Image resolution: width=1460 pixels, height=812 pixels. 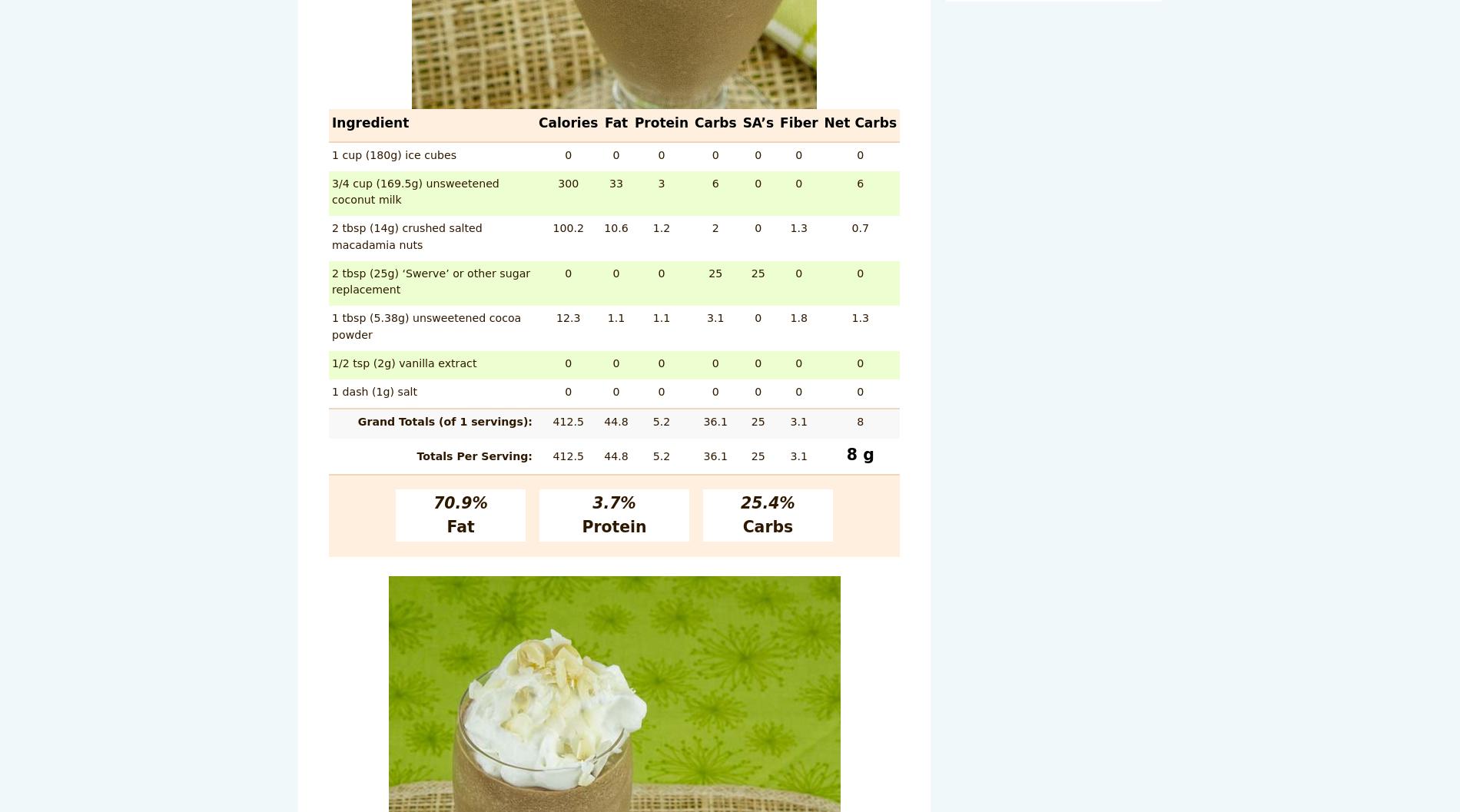 I want to click on '8 g', so click(x=859, y=452).